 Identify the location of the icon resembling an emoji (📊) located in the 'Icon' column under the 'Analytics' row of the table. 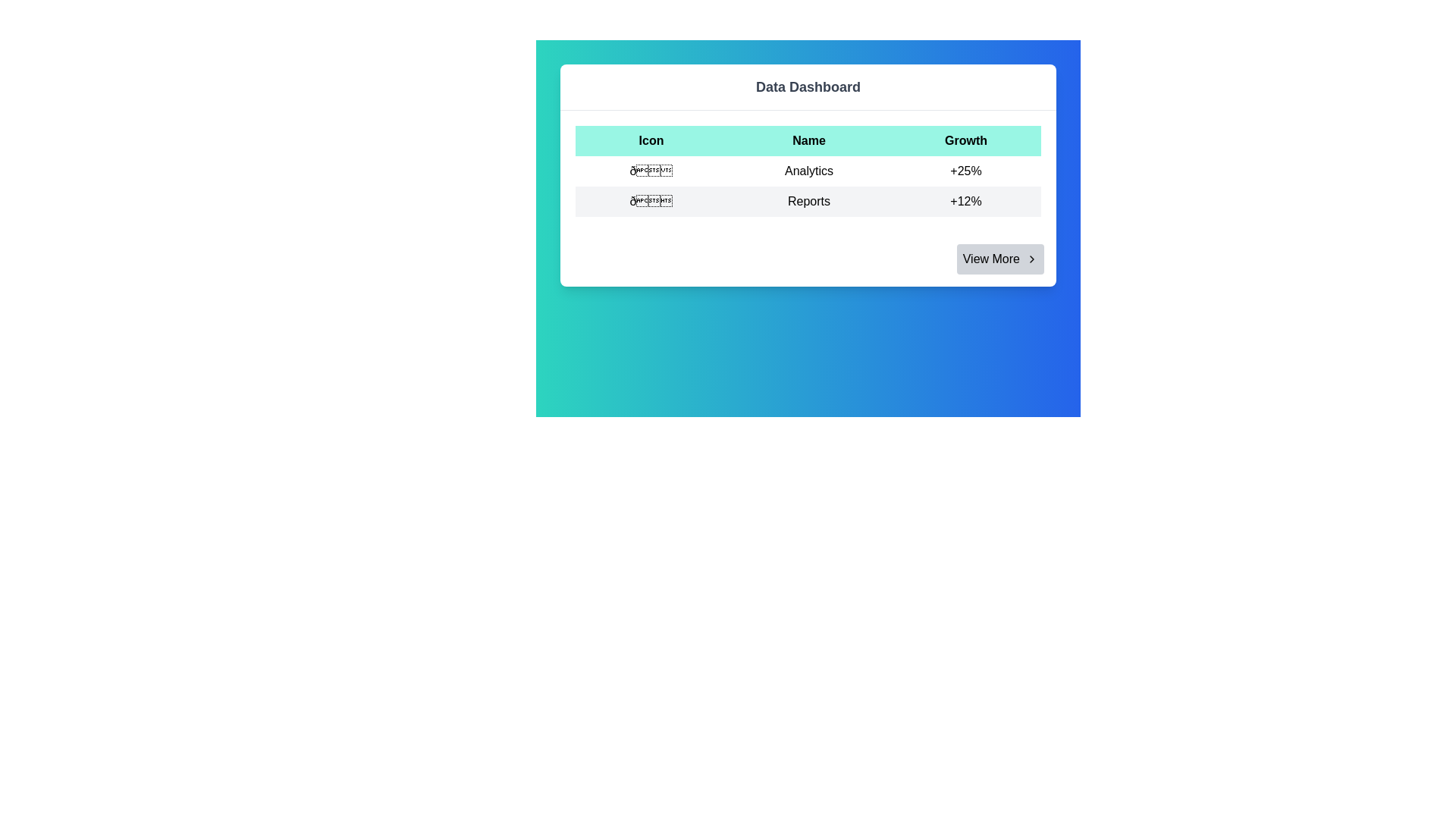
(651, 171).